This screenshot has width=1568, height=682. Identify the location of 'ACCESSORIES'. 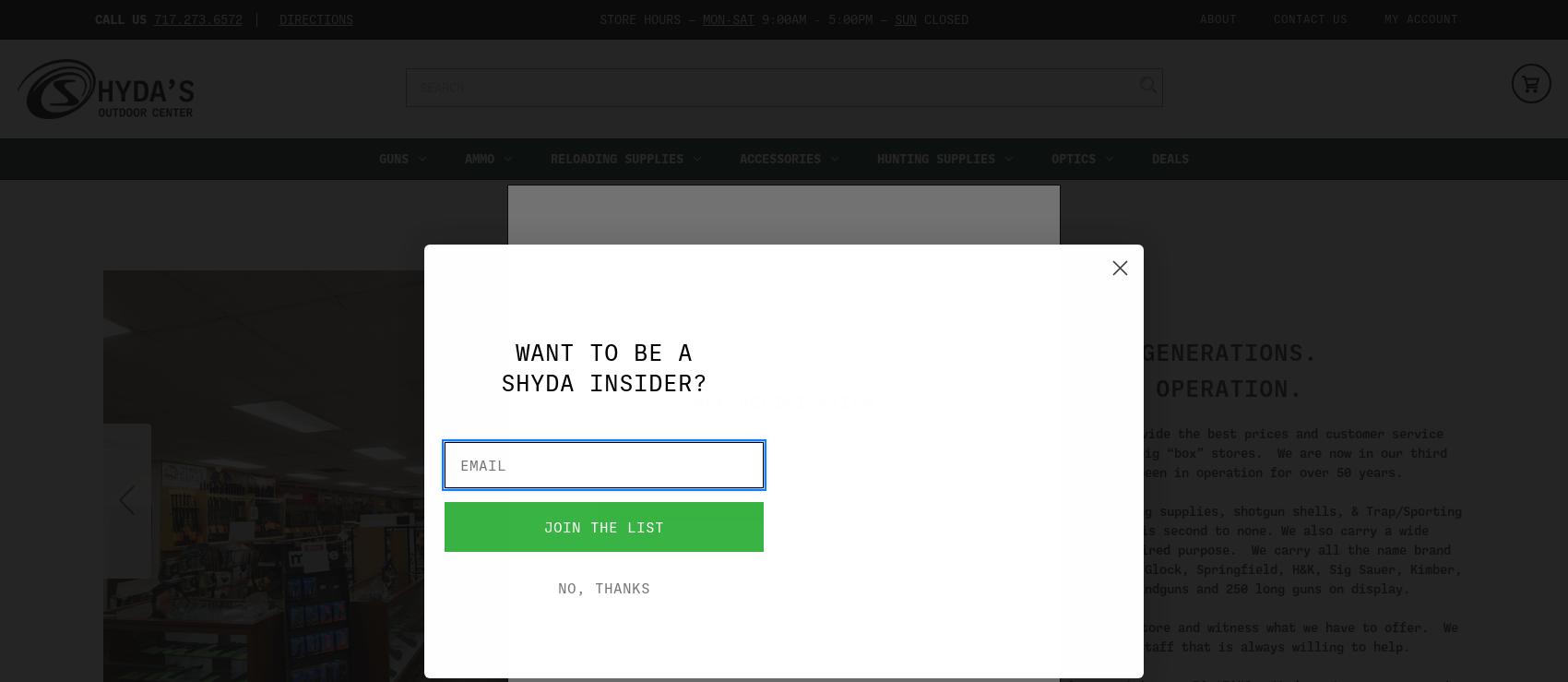
(778, 158).